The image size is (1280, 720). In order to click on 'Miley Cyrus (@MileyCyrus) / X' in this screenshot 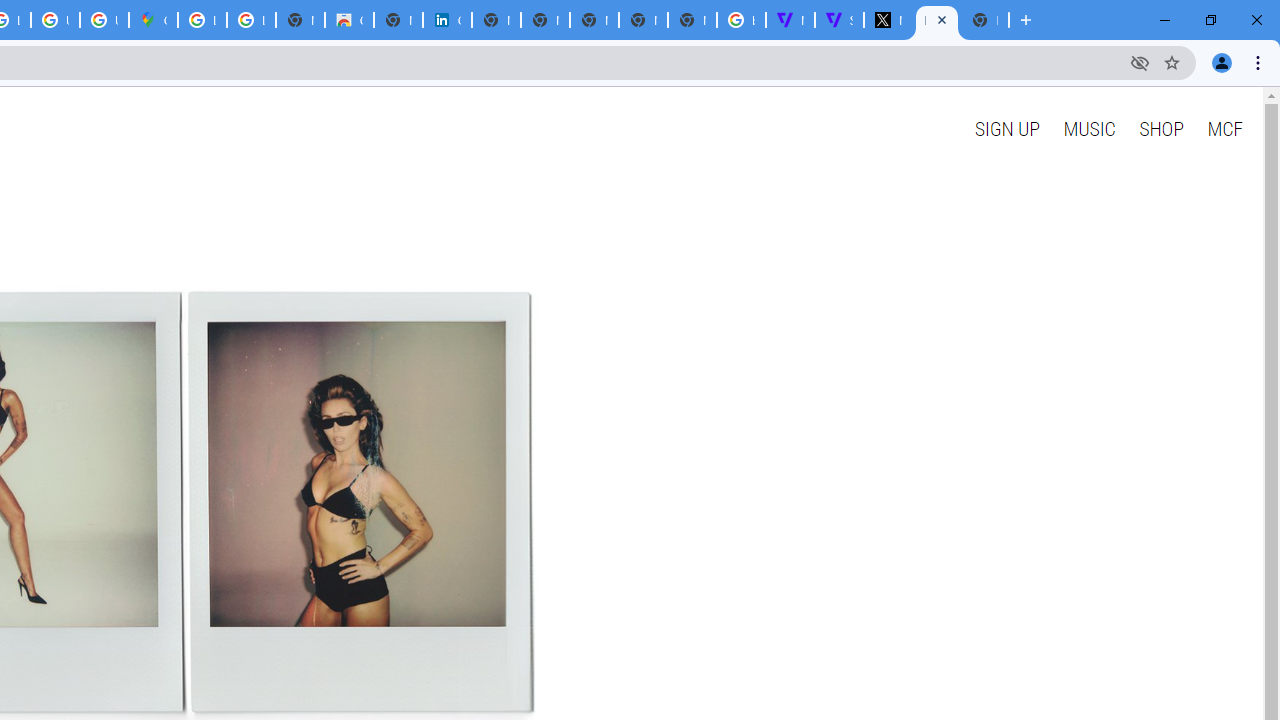, I will do `click(887, 20)`.